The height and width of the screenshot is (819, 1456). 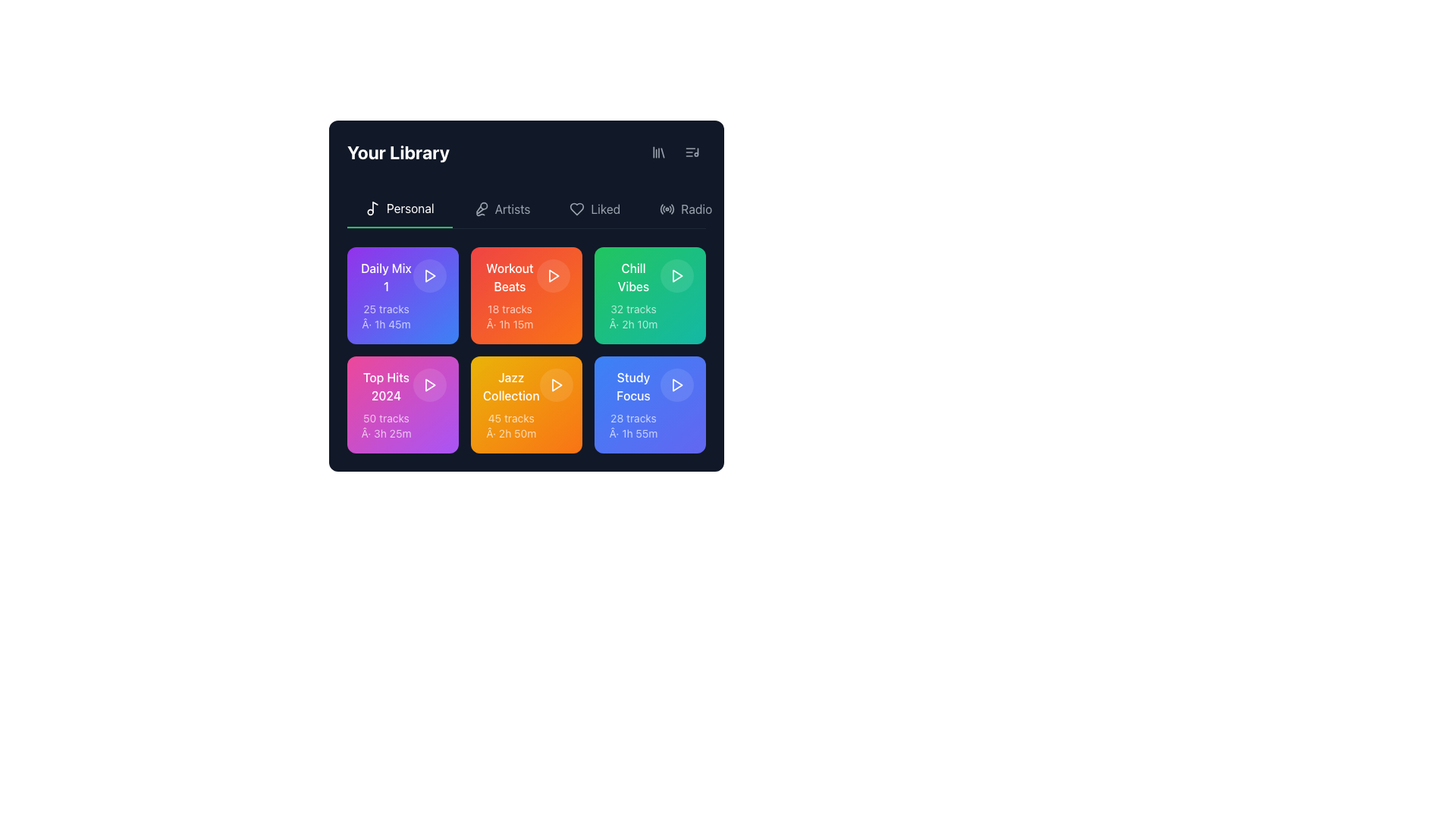 What do you see at coordinates (403, 295) in the screenshot?
I see `the 'Daily Mix 1' interactive card located in the top-left corner of the grid layout` at bounding box center [403, 295].